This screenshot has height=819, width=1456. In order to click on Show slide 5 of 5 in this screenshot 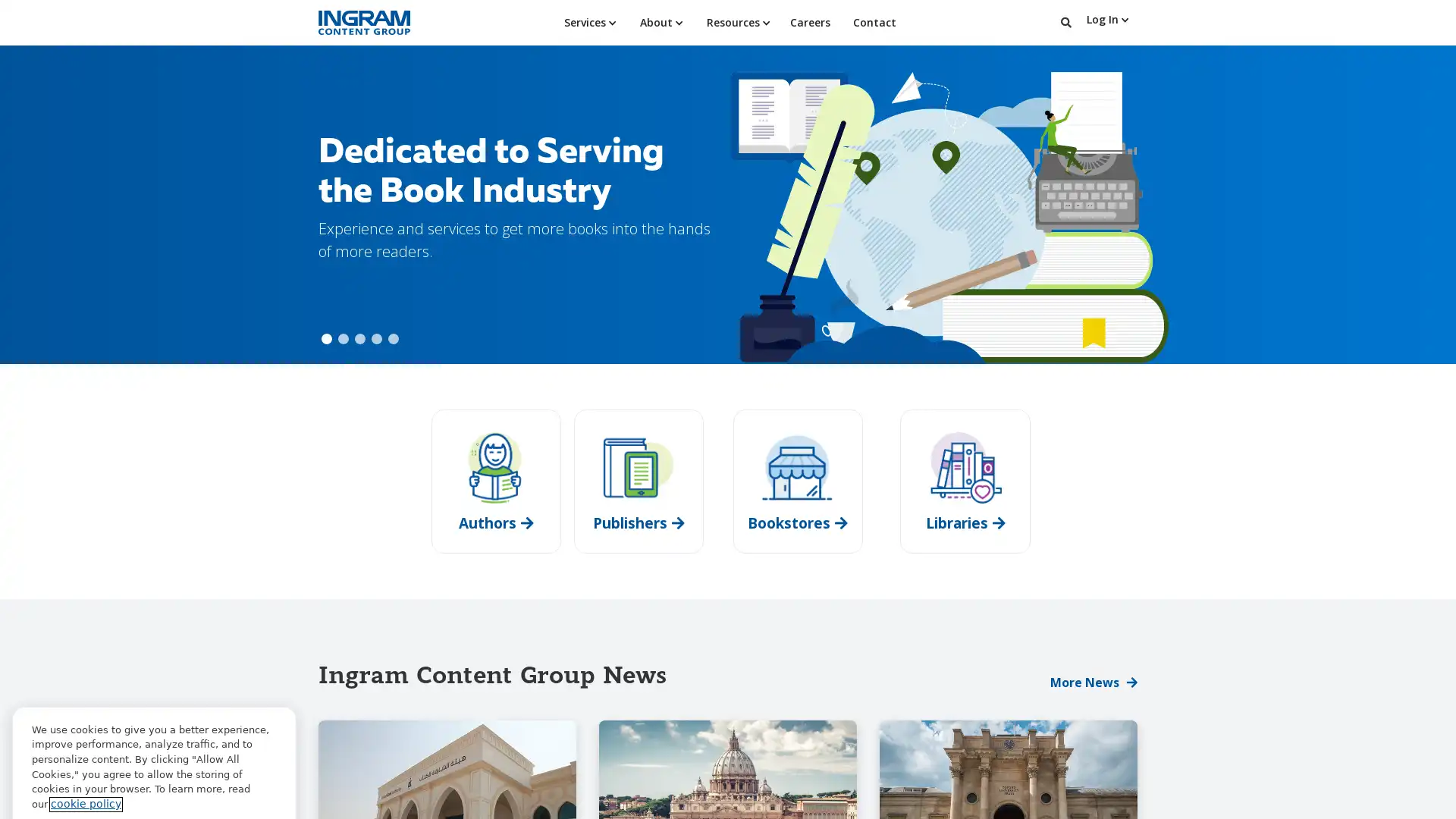, I will do `click(393, 337)`.